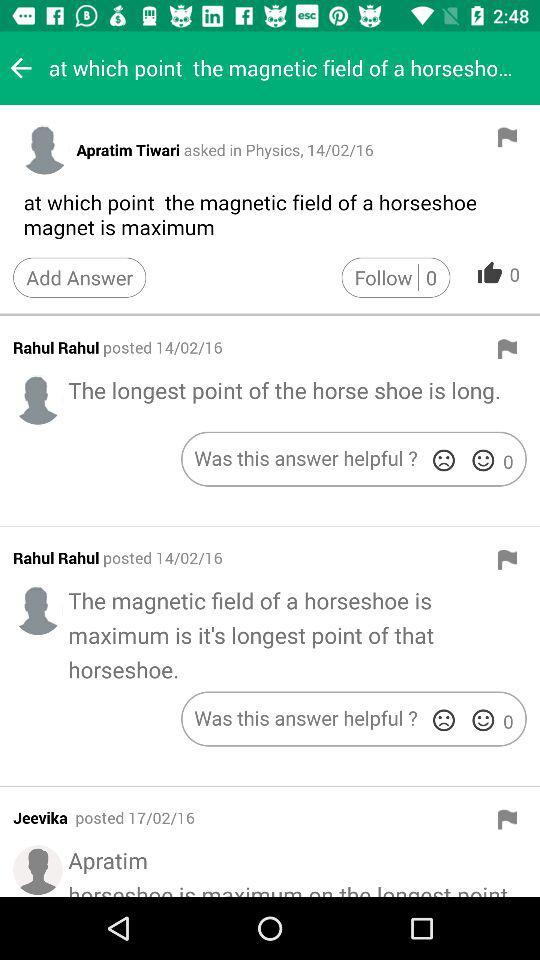  Describe the element at coordinates (507, 349) in the screenshot. I see `flag post` at that location.